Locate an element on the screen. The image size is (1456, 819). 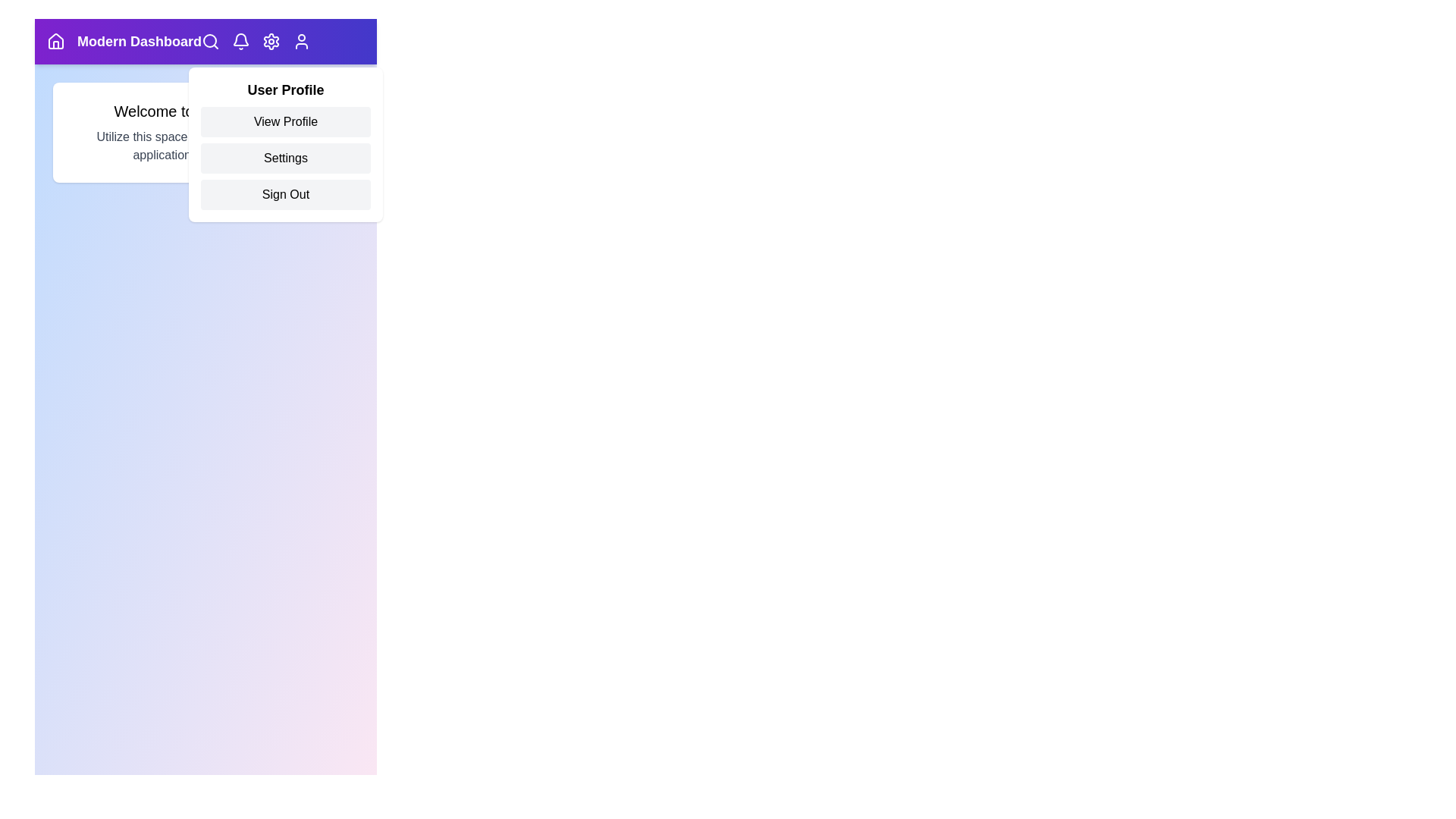
the 'Settings' option in the user profile menu is located at coordinates (286, 158).